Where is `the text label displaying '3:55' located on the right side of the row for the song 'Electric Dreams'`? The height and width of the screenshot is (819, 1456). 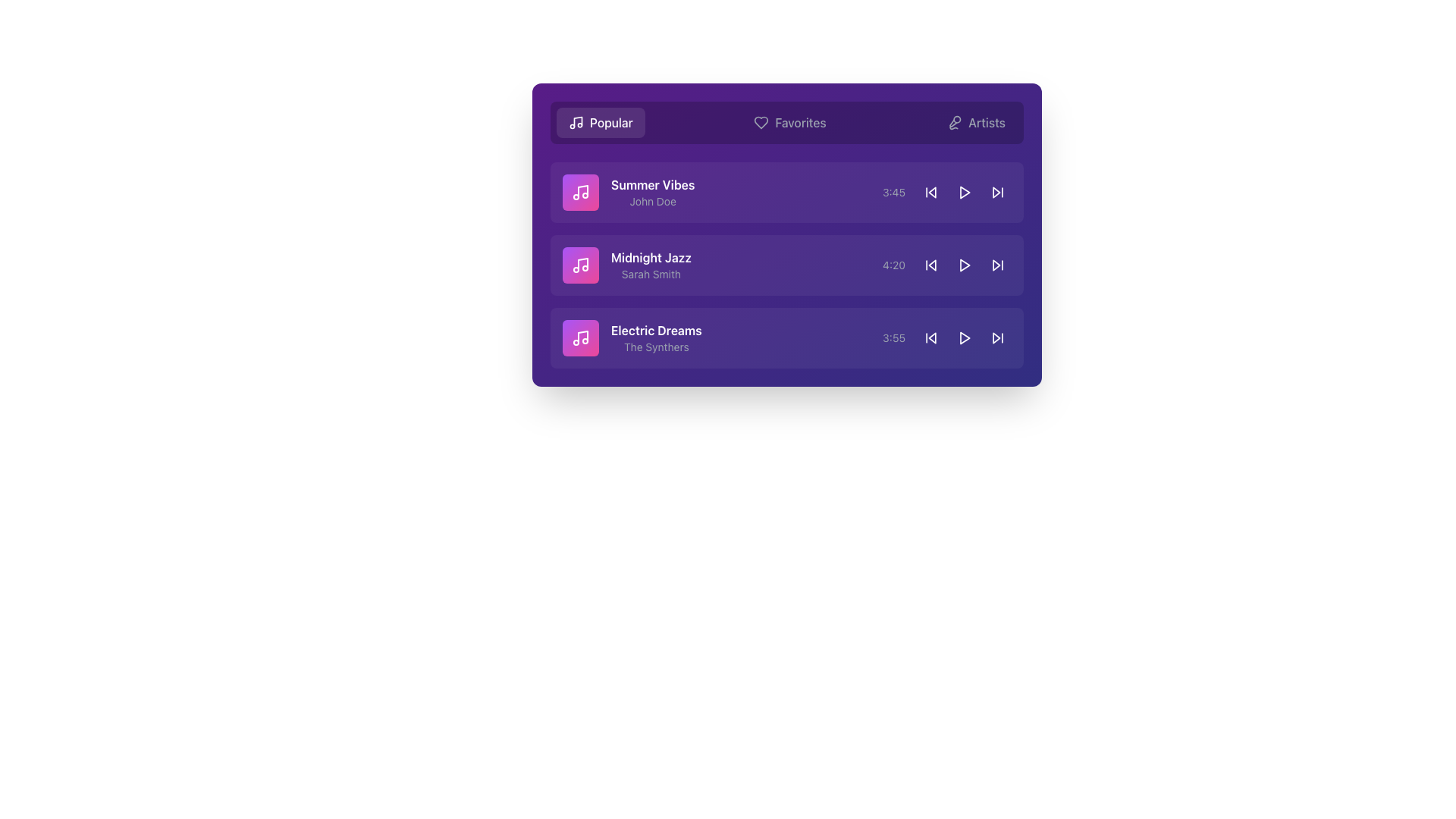 the text label displaying '3:55' located on the right side of the row for the song 'Electric Dreams' is located at coordinates (894, 337).